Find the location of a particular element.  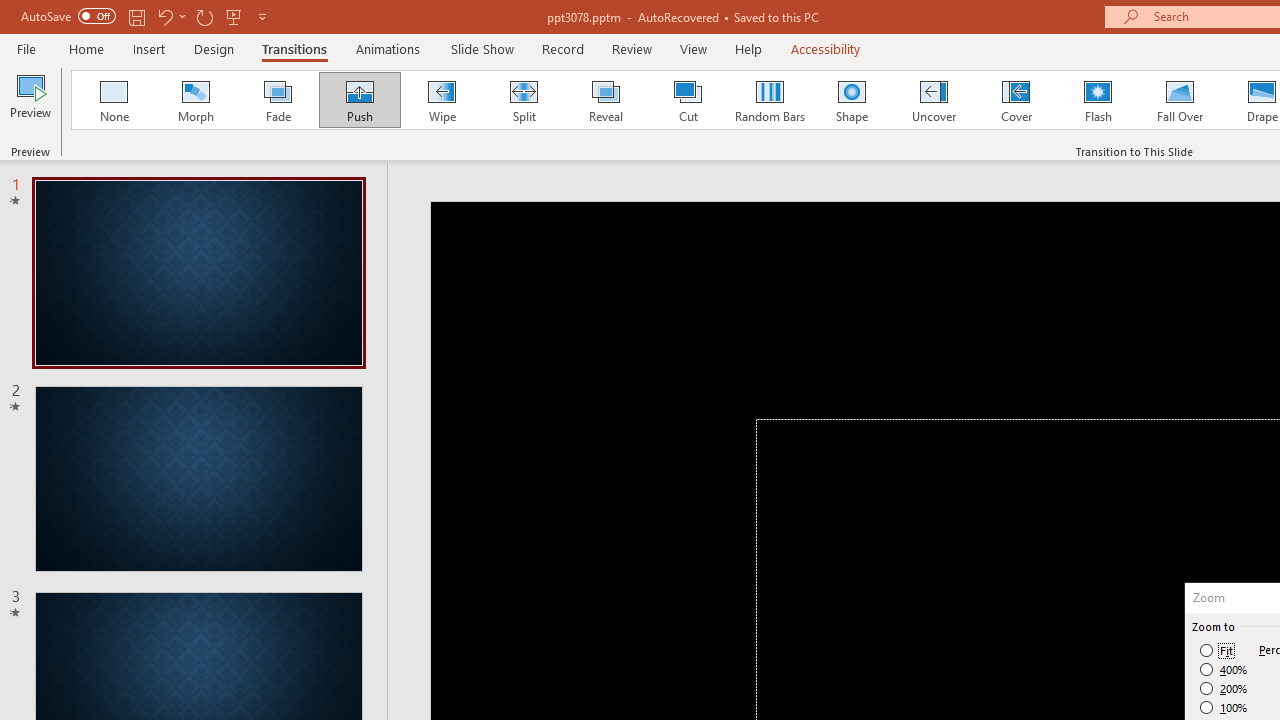

'Fade' is located at coordinates (276, 100).